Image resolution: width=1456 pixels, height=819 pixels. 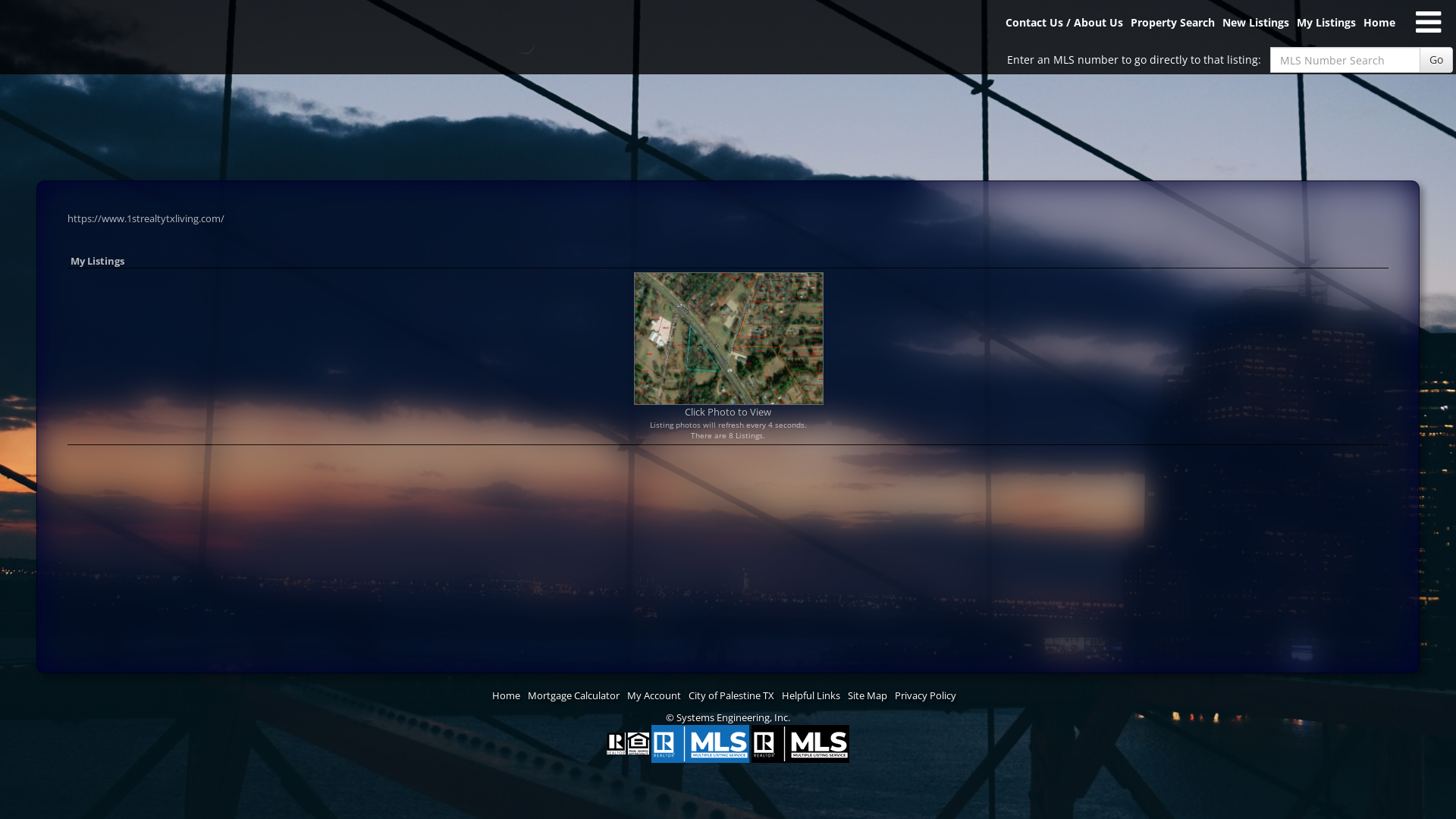 What do you see at coordinates (867, 695) in the screenshot?
I see `'Site Map'` at bounding box center [867, 695].